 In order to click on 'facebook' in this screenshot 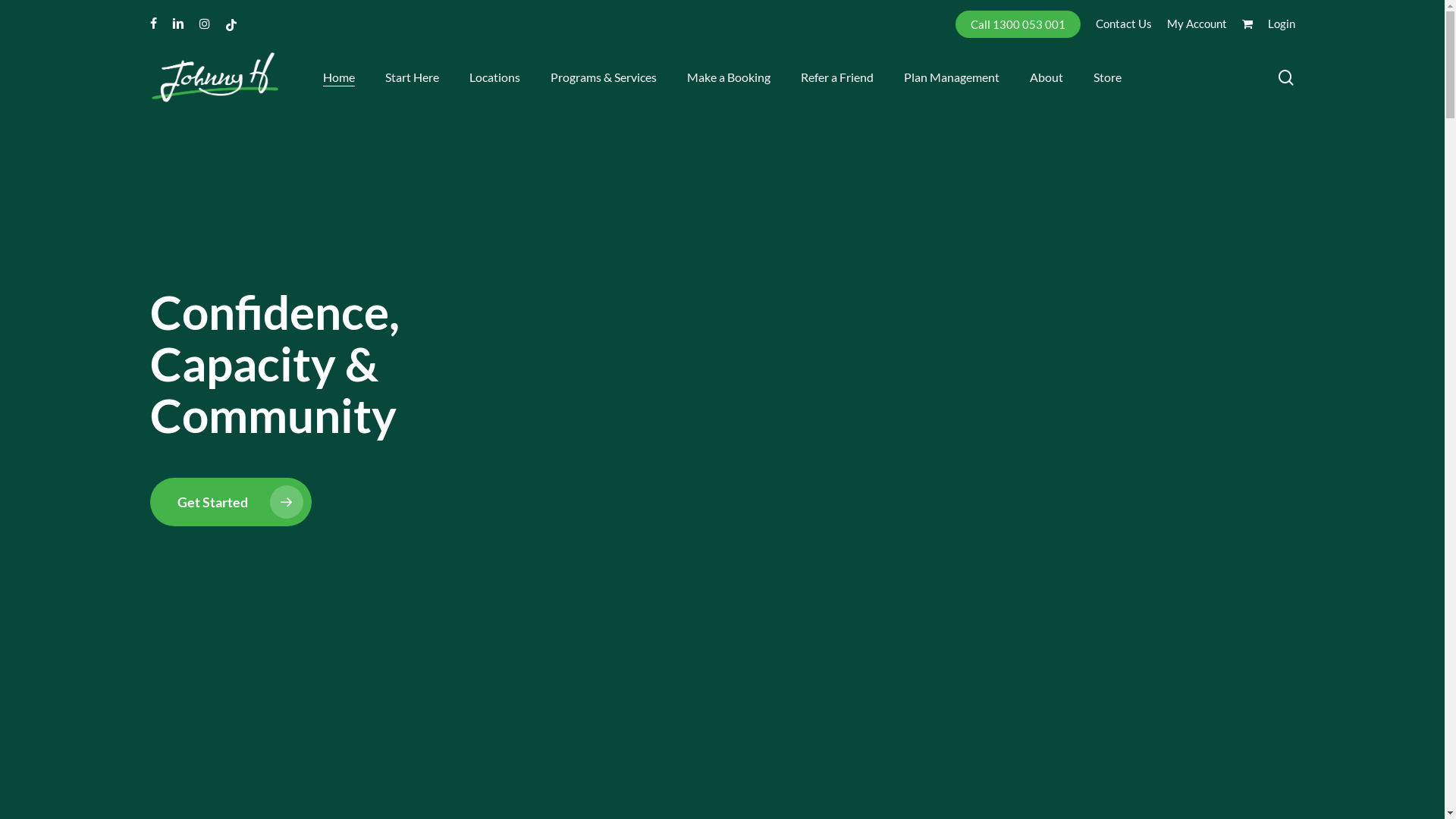, I will do `click(153, 23)`.